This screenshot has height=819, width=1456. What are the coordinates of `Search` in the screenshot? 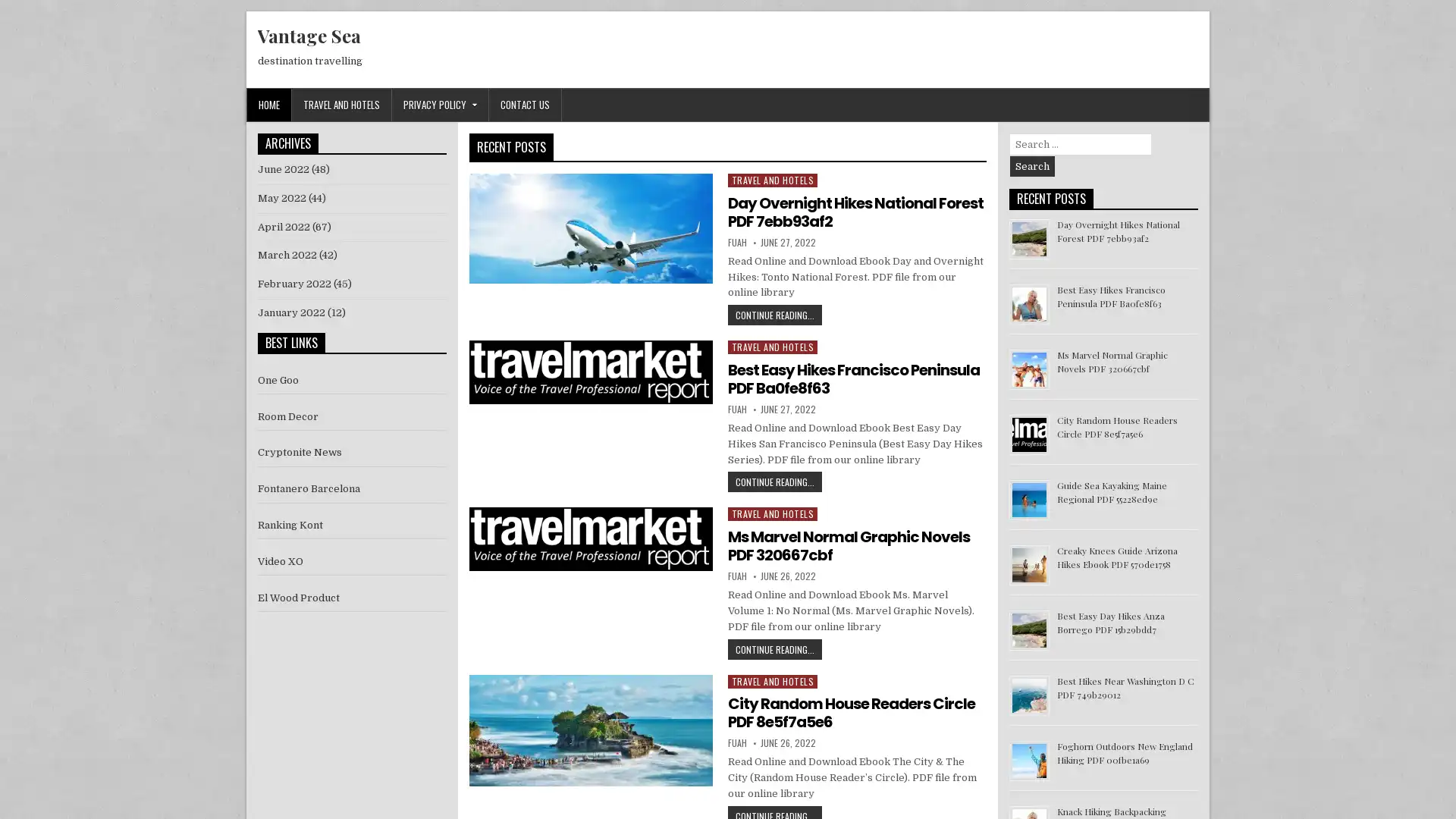 It's located at (1031, 166).